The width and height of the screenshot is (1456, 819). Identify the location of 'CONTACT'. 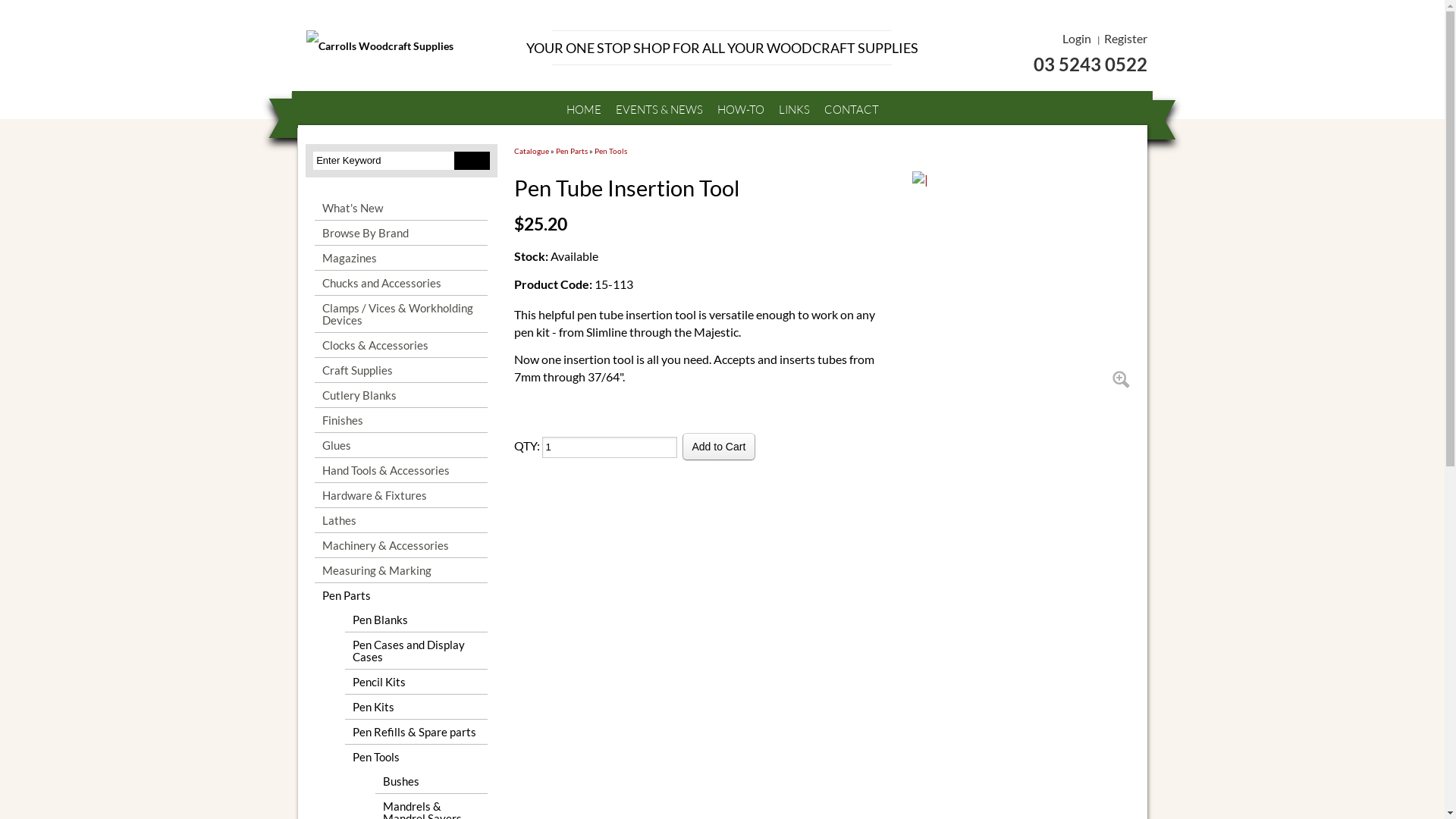
(817, 108).